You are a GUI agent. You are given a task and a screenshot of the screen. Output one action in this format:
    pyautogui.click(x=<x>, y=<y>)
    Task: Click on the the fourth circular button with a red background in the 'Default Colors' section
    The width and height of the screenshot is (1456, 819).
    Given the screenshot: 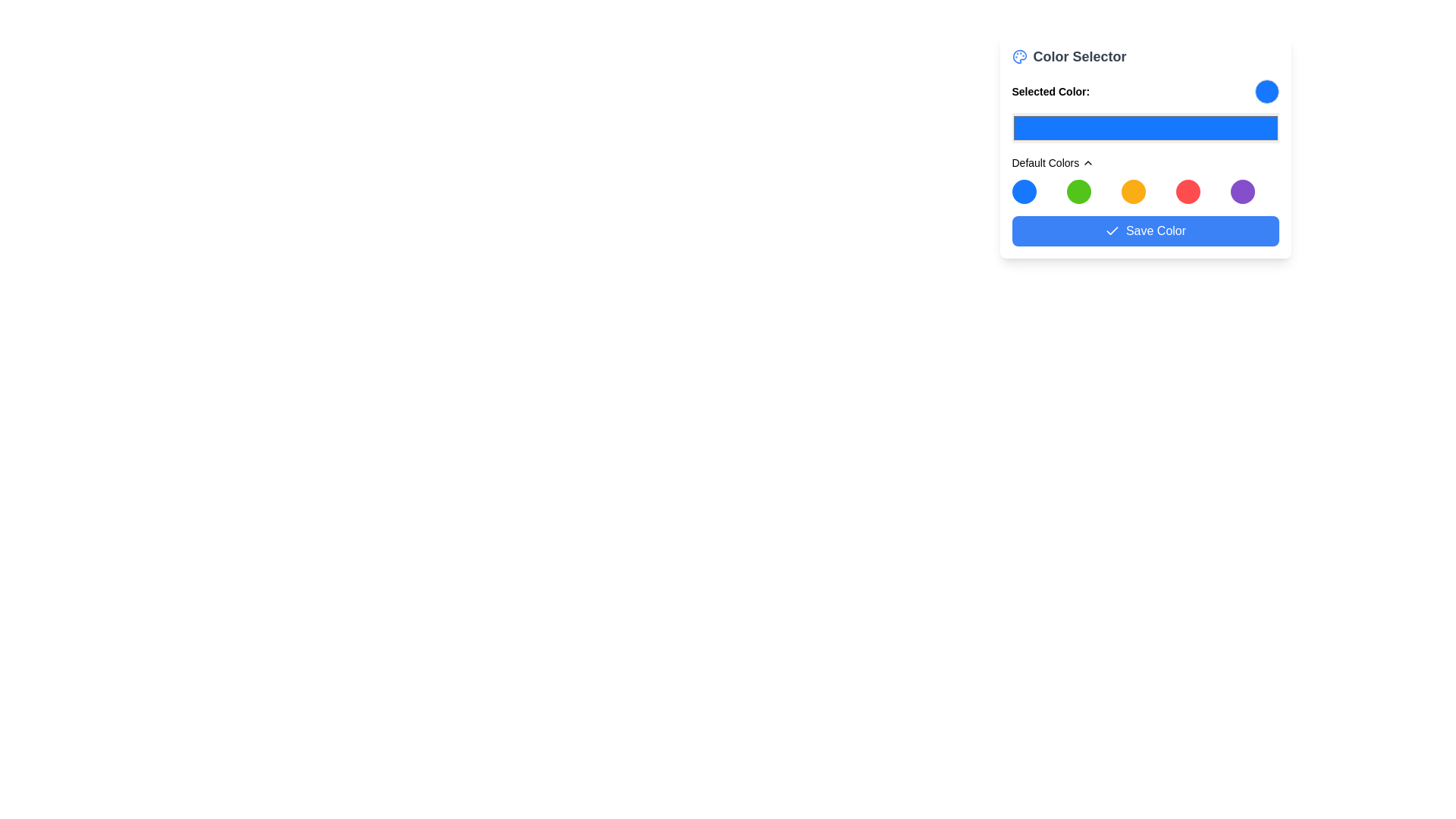 What is the action you would take?
    pyautogui.click(x=1187, y=191)
    